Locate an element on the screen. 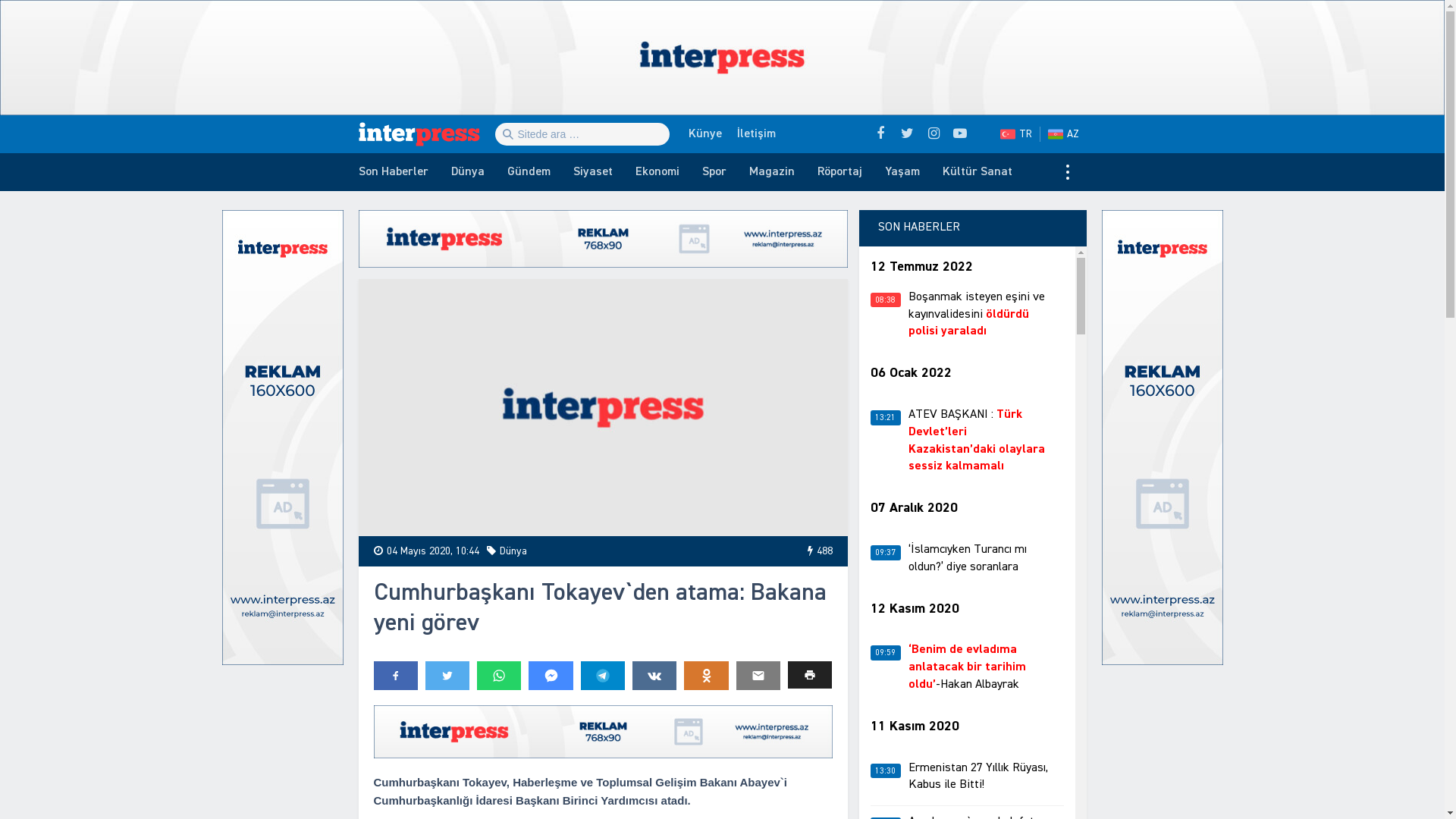  'Share: Whatsapp' is located at coordinates (498, 675).